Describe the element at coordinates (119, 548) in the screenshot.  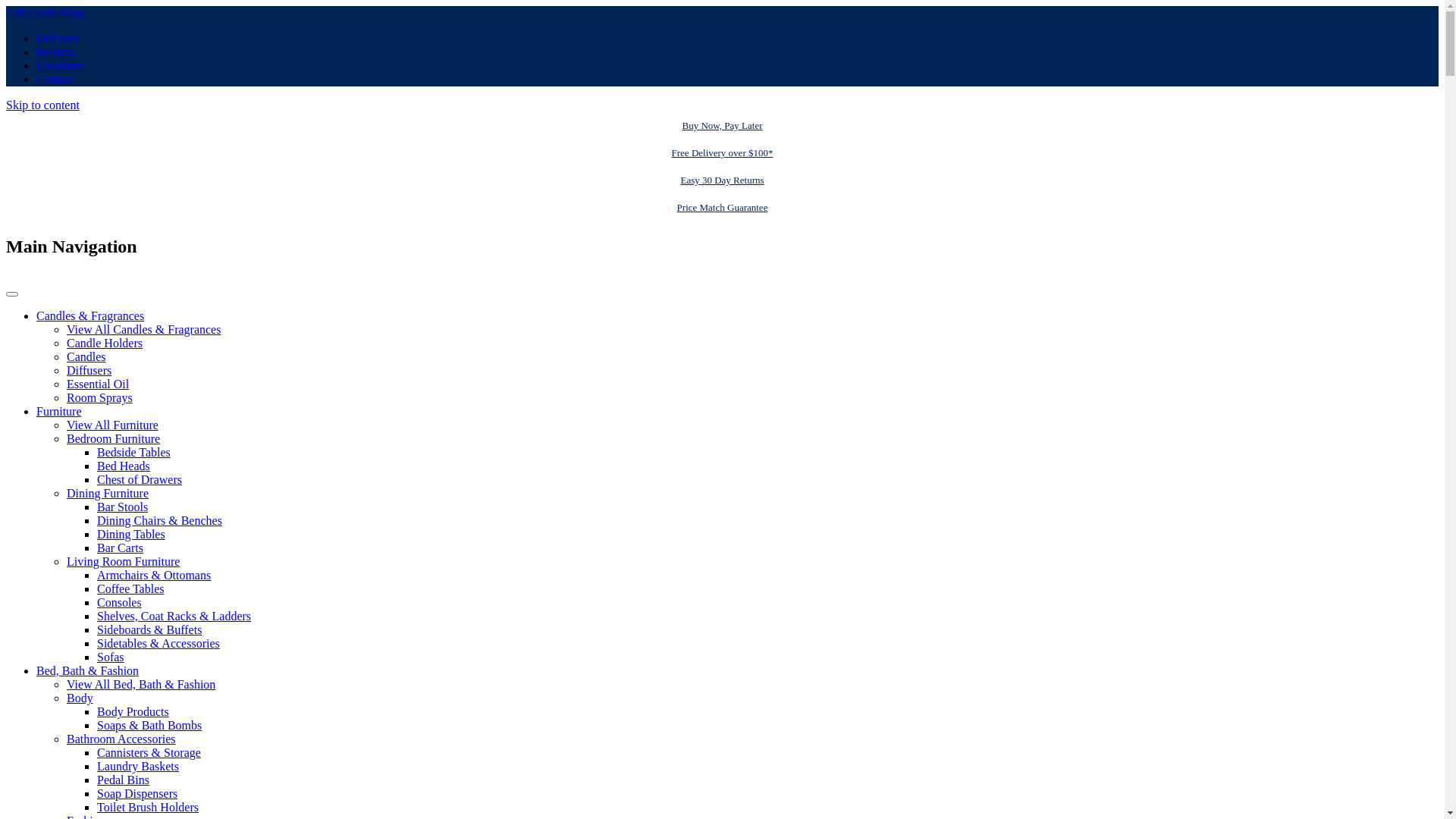
I see `'Bar Carts'` at that location.